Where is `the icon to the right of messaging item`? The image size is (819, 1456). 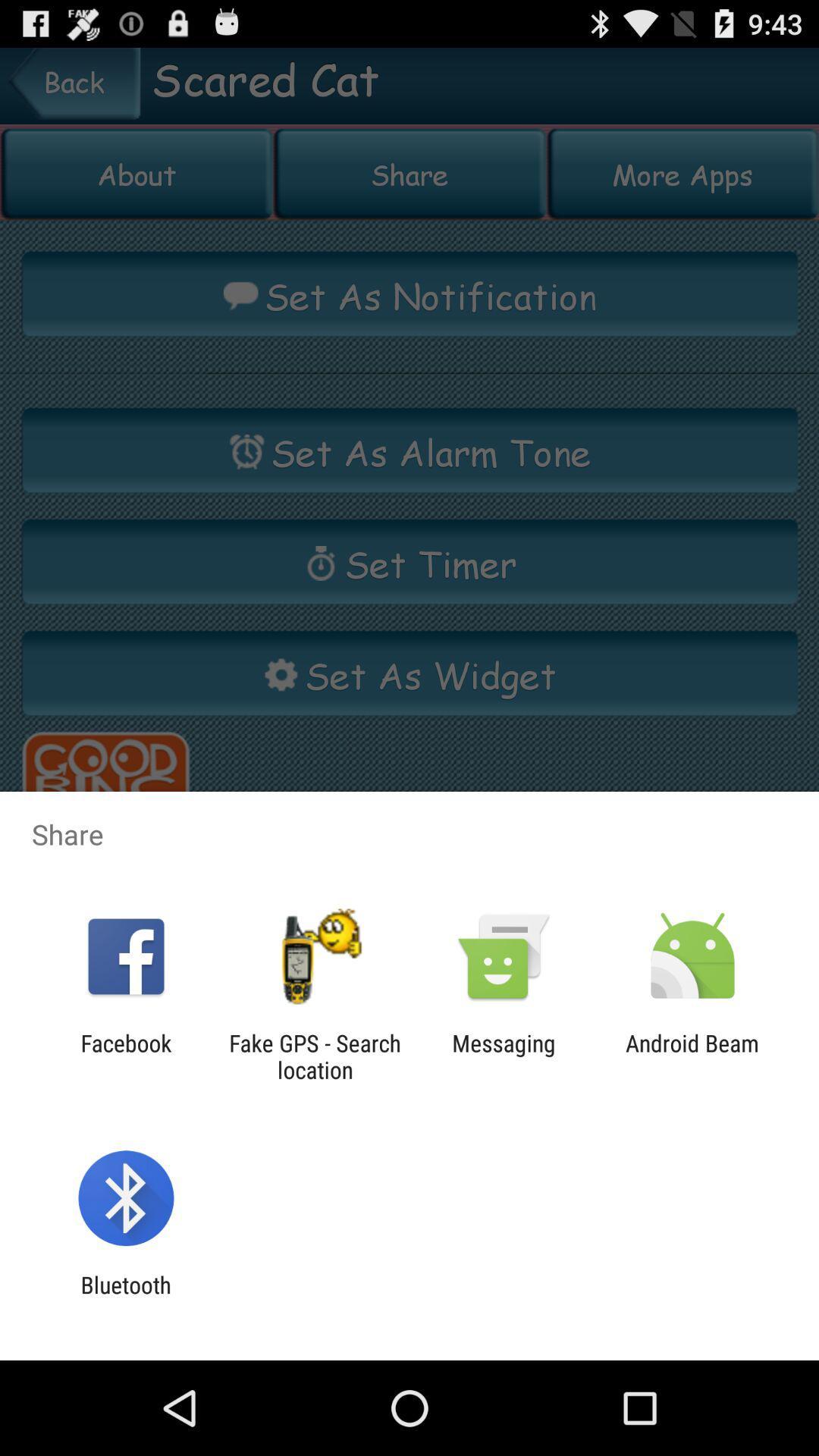 the icon to the right of messaging item is located at coordinates (692, 1056).